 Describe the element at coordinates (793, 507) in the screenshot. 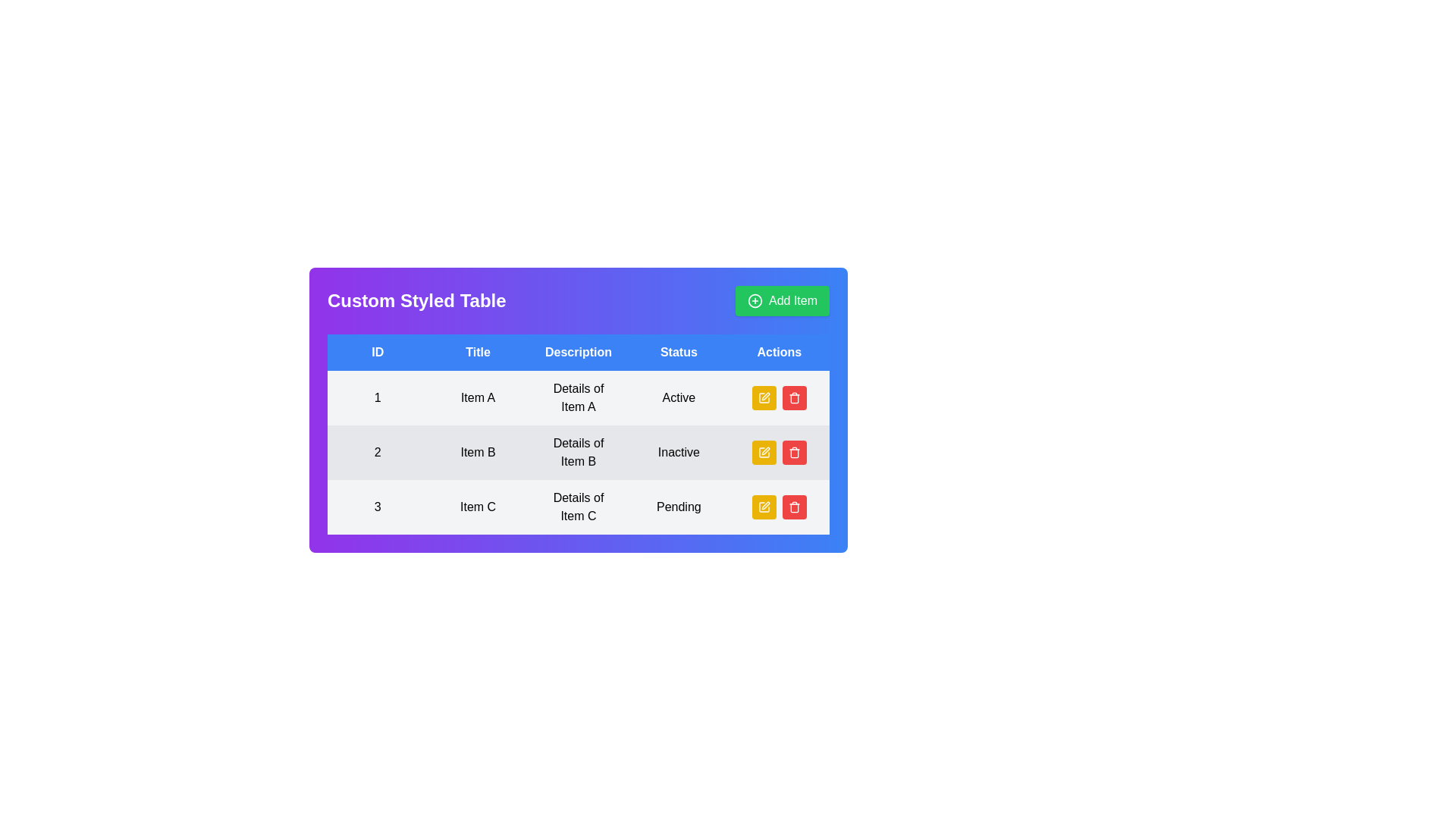

I see `the red rectangular button with rounded corners containing a white trash icon, which is the second button in the 'Actions' column of the third row of the table` at that location.